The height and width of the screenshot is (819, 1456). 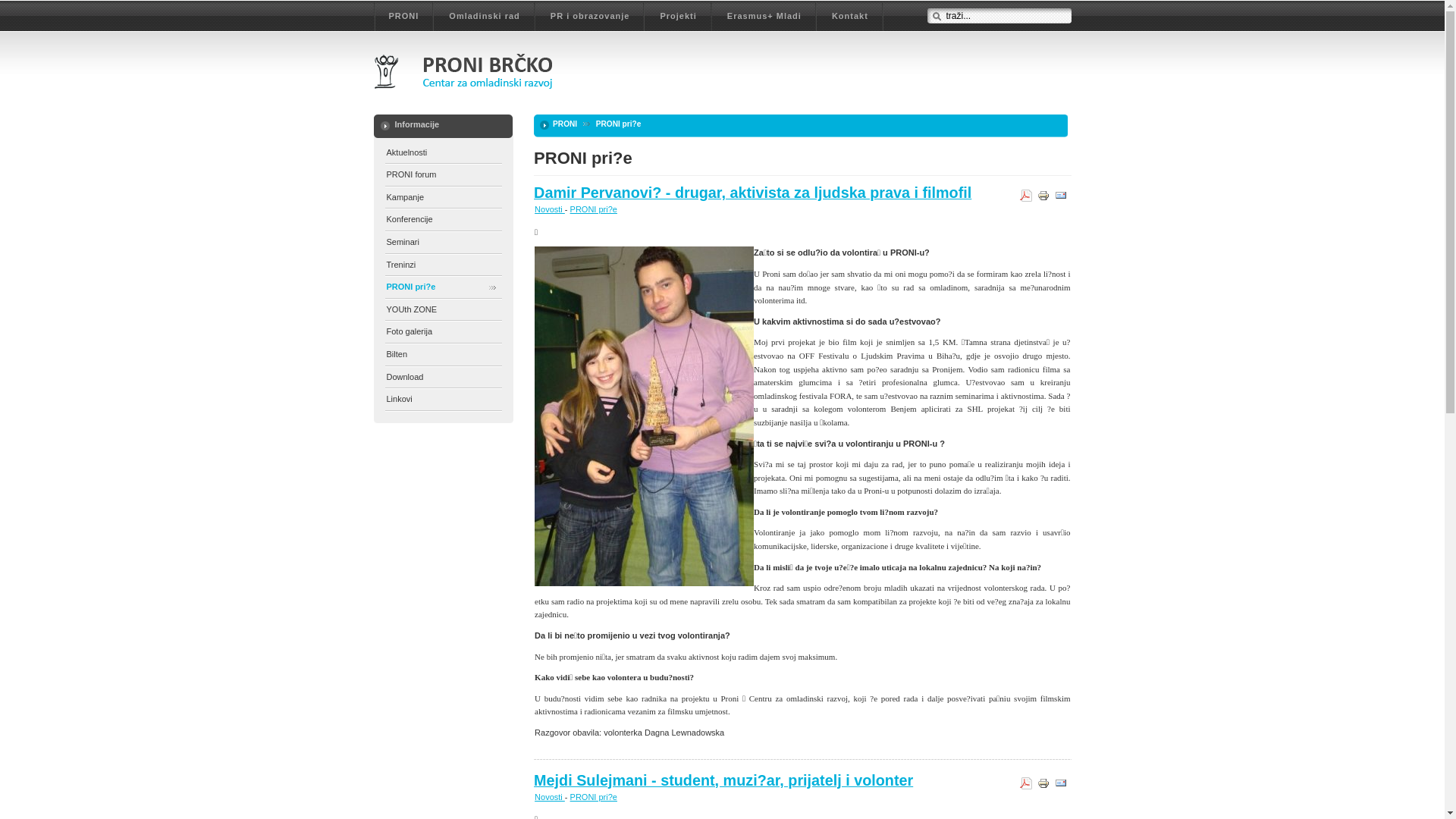 I want to click on 'Kampanje', so click(x=443, y=197).